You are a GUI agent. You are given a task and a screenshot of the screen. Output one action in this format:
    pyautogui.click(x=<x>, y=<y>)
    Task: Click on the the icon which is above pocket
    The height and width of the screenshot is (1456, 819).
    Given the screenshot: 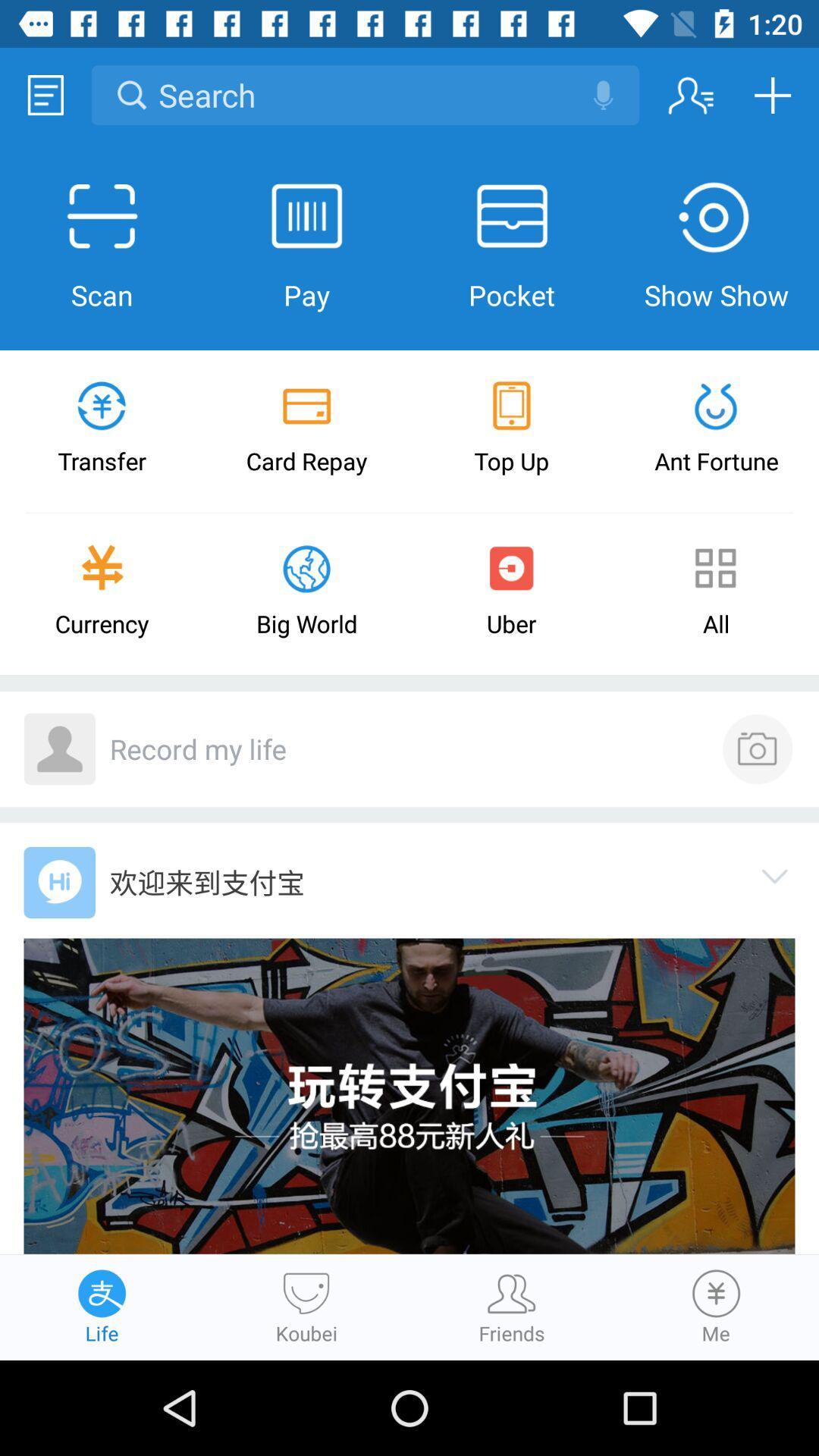 What is the action you would take?
    pyautogui.click(x=512, y=216)
    